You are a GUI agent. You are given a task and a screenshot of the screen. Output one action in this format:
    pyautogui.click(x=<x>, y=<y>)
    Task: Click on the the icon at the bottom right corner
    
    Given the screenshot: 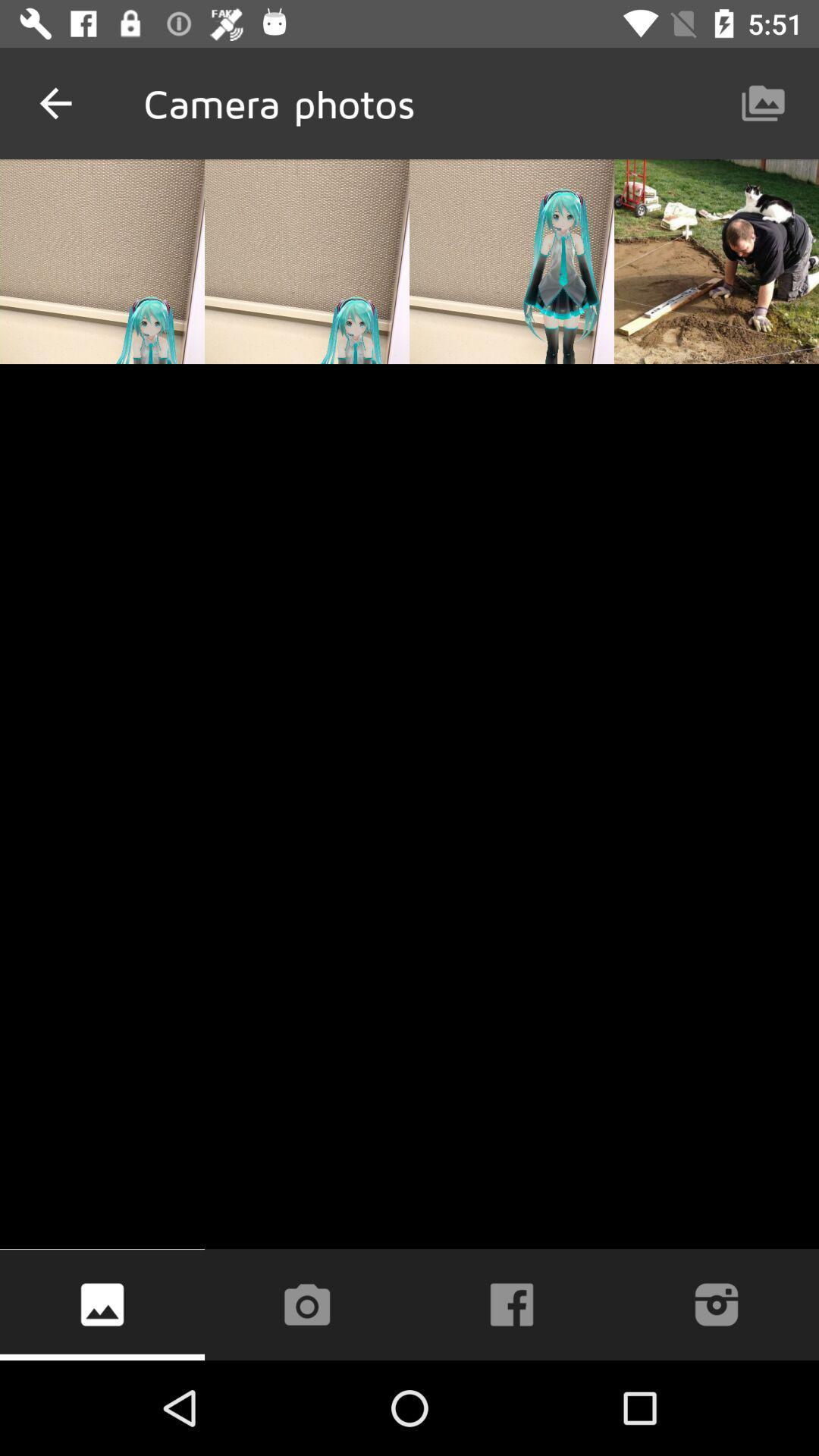 What is the action you would take?
    pyautogui.click(x=717, y=1304)
    